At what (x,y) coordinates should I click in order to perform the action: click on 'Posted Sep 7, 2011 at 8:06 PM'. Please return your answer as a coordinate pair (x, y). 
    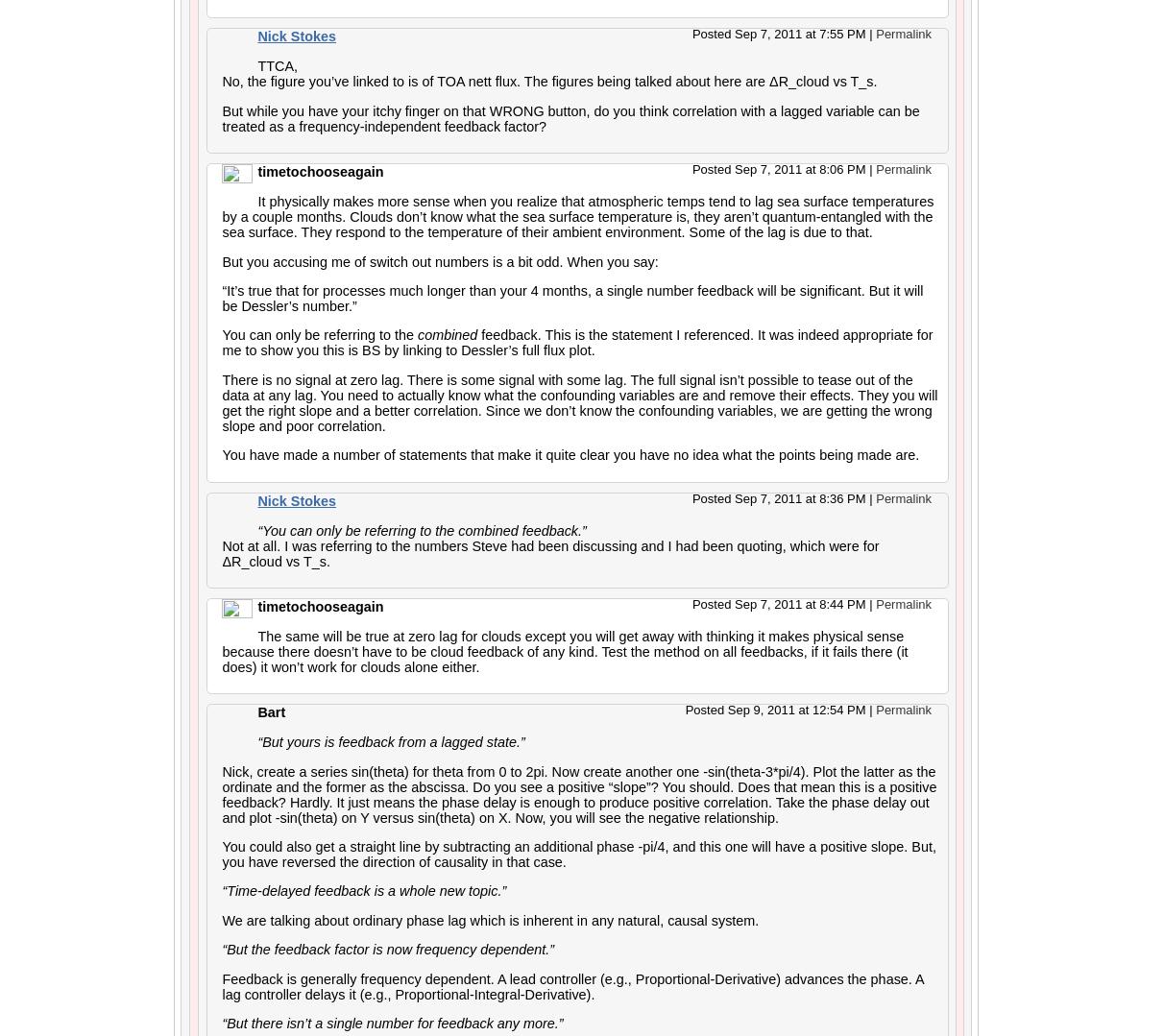
    Looking at the image, I should click on (691, 169).